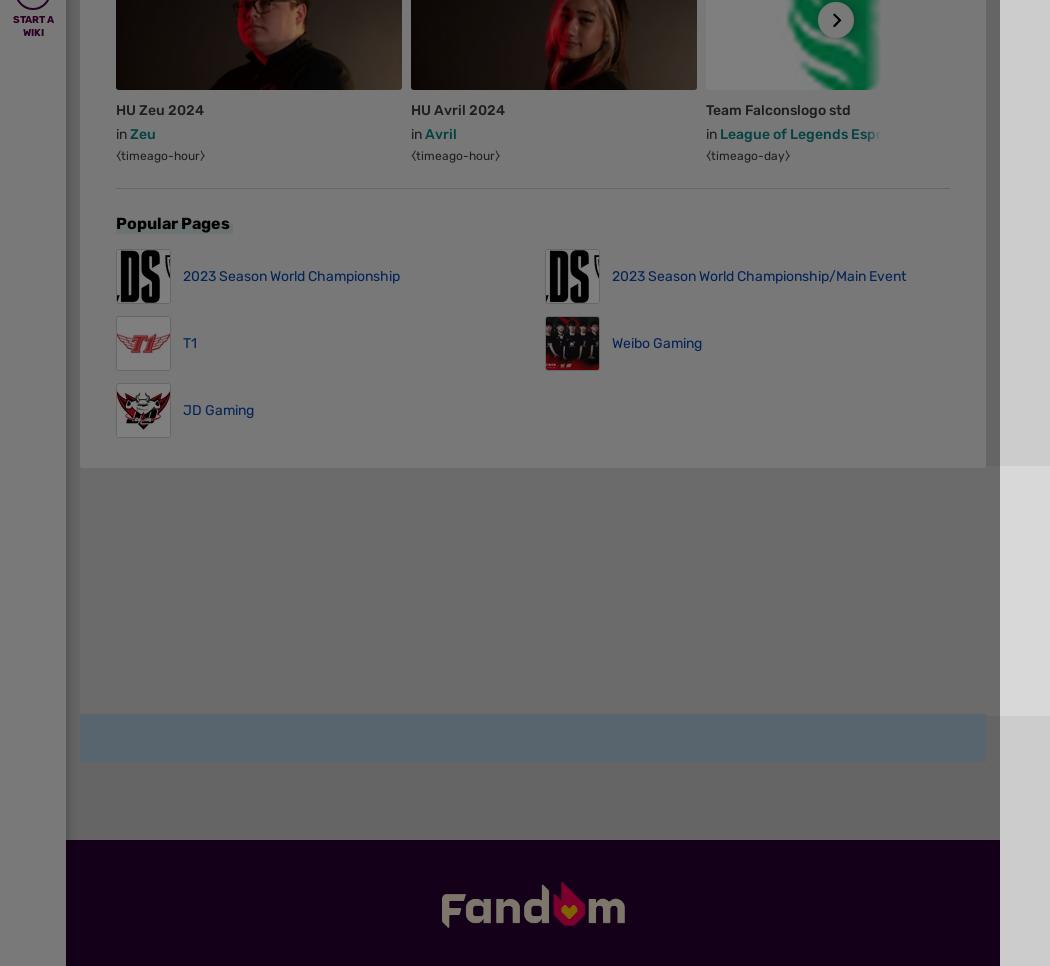 Image resolution: width=1050 pixels, height=966 pixels. I want to click on '0.5 bonus attack damage + 0.65 ability power', so click(707, 844).